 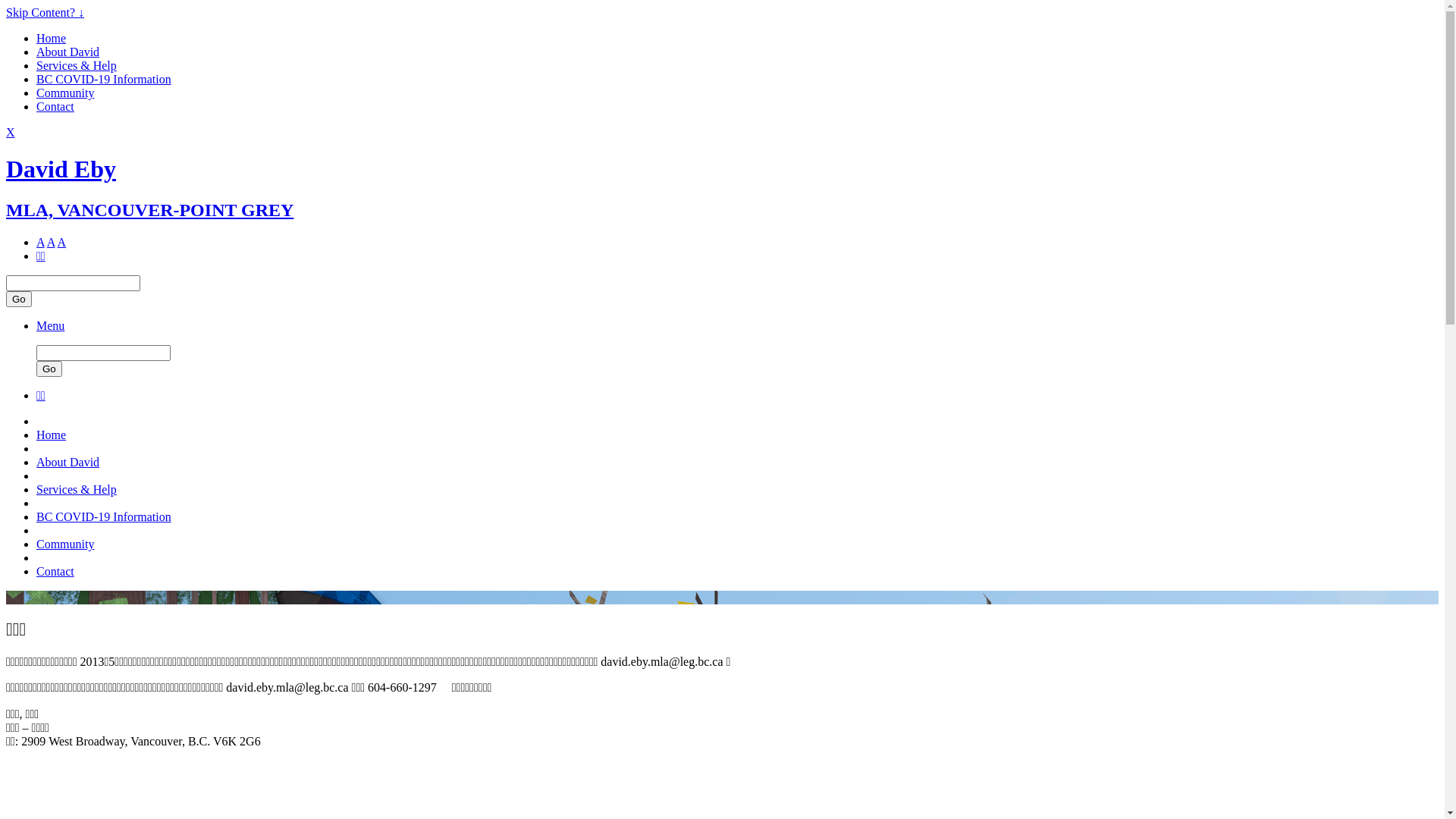 What do you see at coordinates (36, 64) in the screenshot?
I see `'Services & Help'` at bounding box center [36, 64].